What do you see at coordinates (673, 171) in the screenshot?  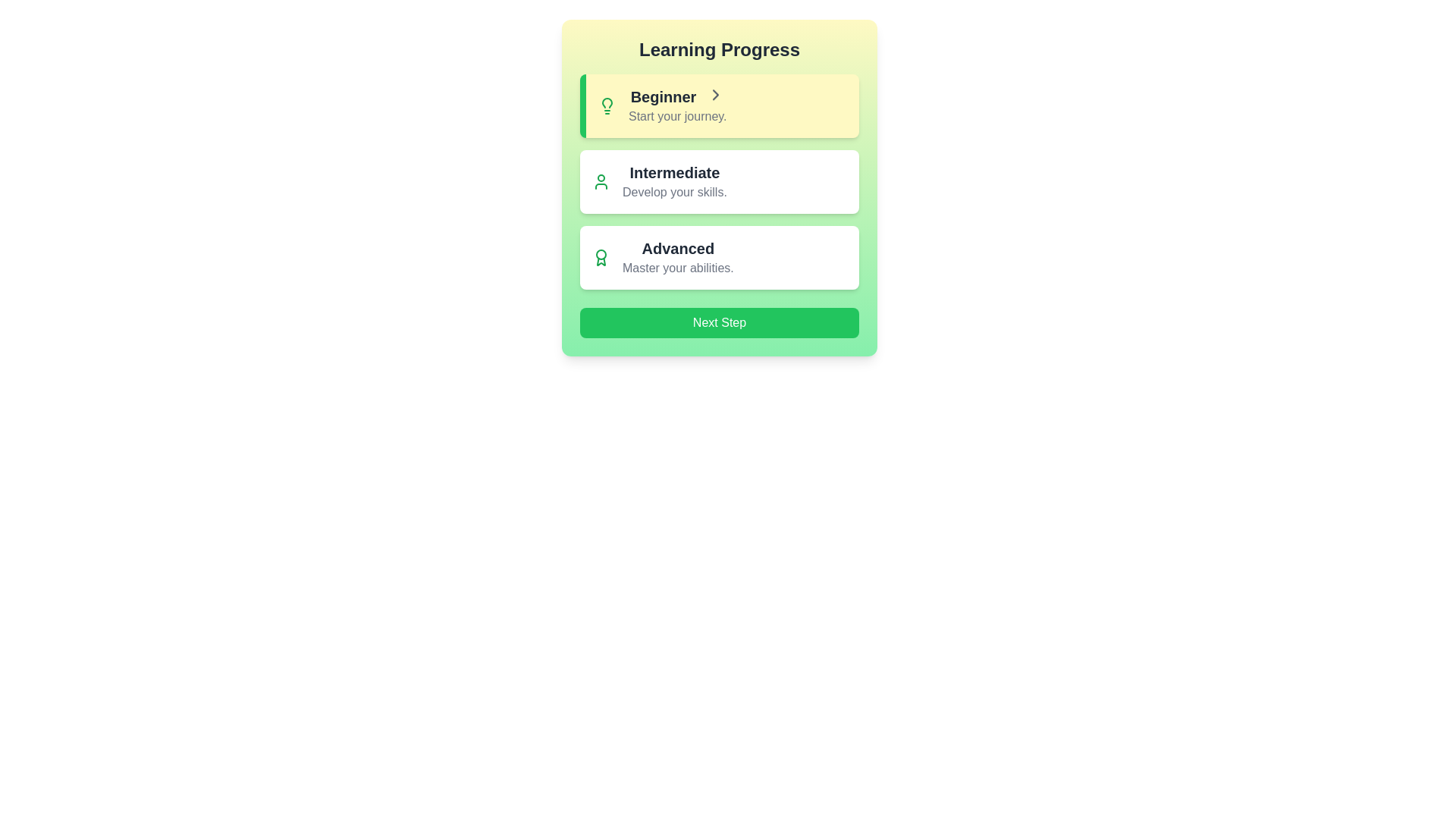 I see `the bold text label reading 'Intermediate' which is styled in dark gray and is prominently displayed as the main heading in the Learning Progress interface` at bounding box center [673, 171].